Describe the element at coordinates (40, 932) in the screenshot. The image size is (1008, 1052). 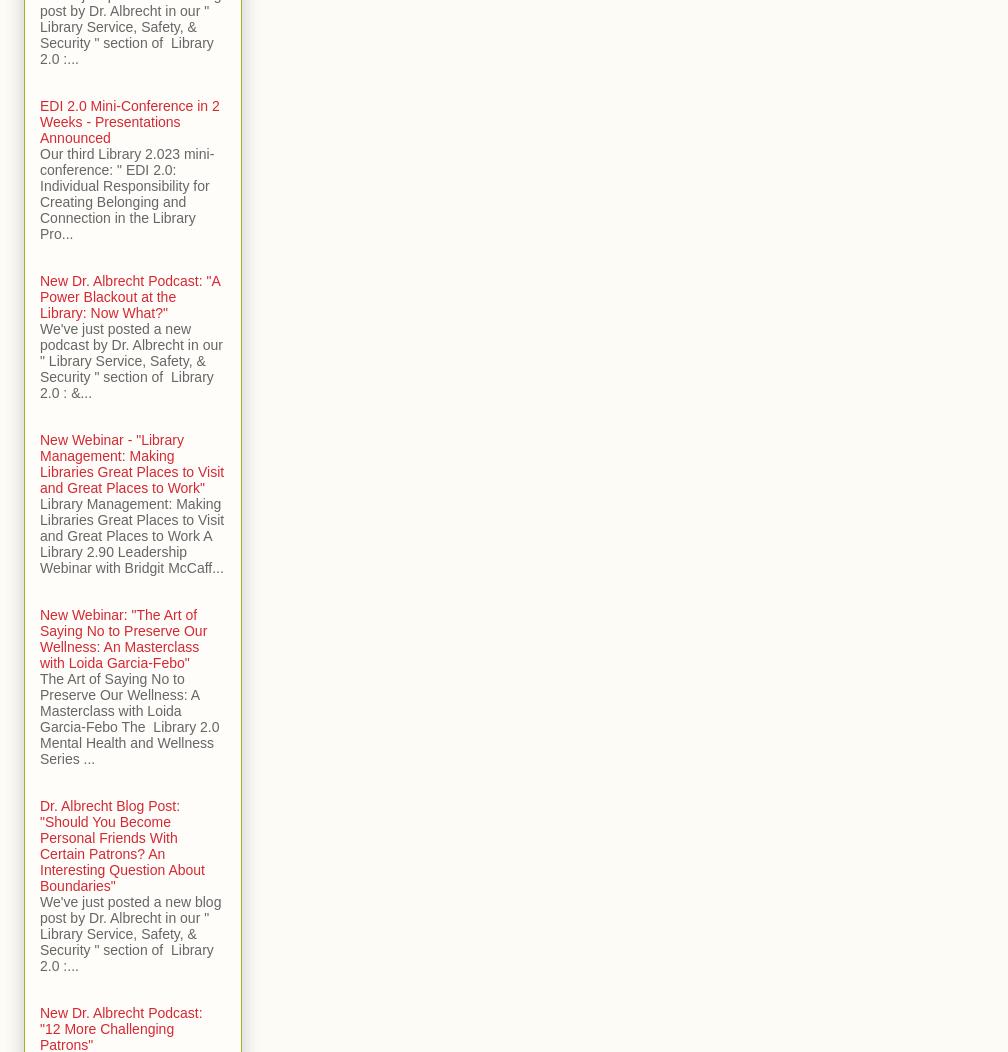
I see `'We've just posted a new blog post by Dr. Albrecht in our " Library Service, Safety, & Security " section of  Library 2.0 :...'` at that location.